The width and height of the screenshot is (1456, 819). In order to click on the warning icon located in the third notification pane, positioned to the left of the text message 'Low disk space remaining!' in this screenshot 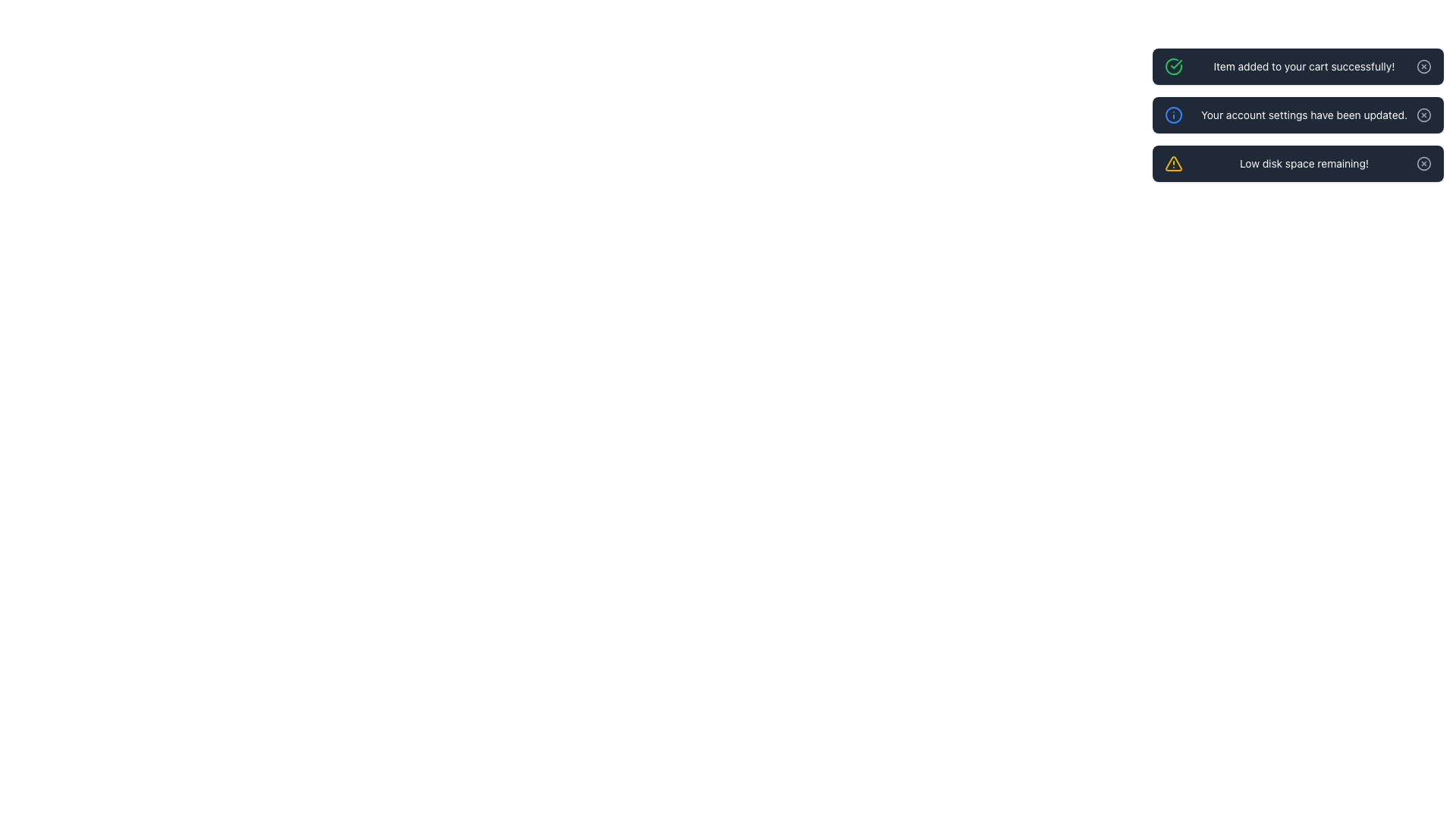, I will do `click(1172, 164)`.